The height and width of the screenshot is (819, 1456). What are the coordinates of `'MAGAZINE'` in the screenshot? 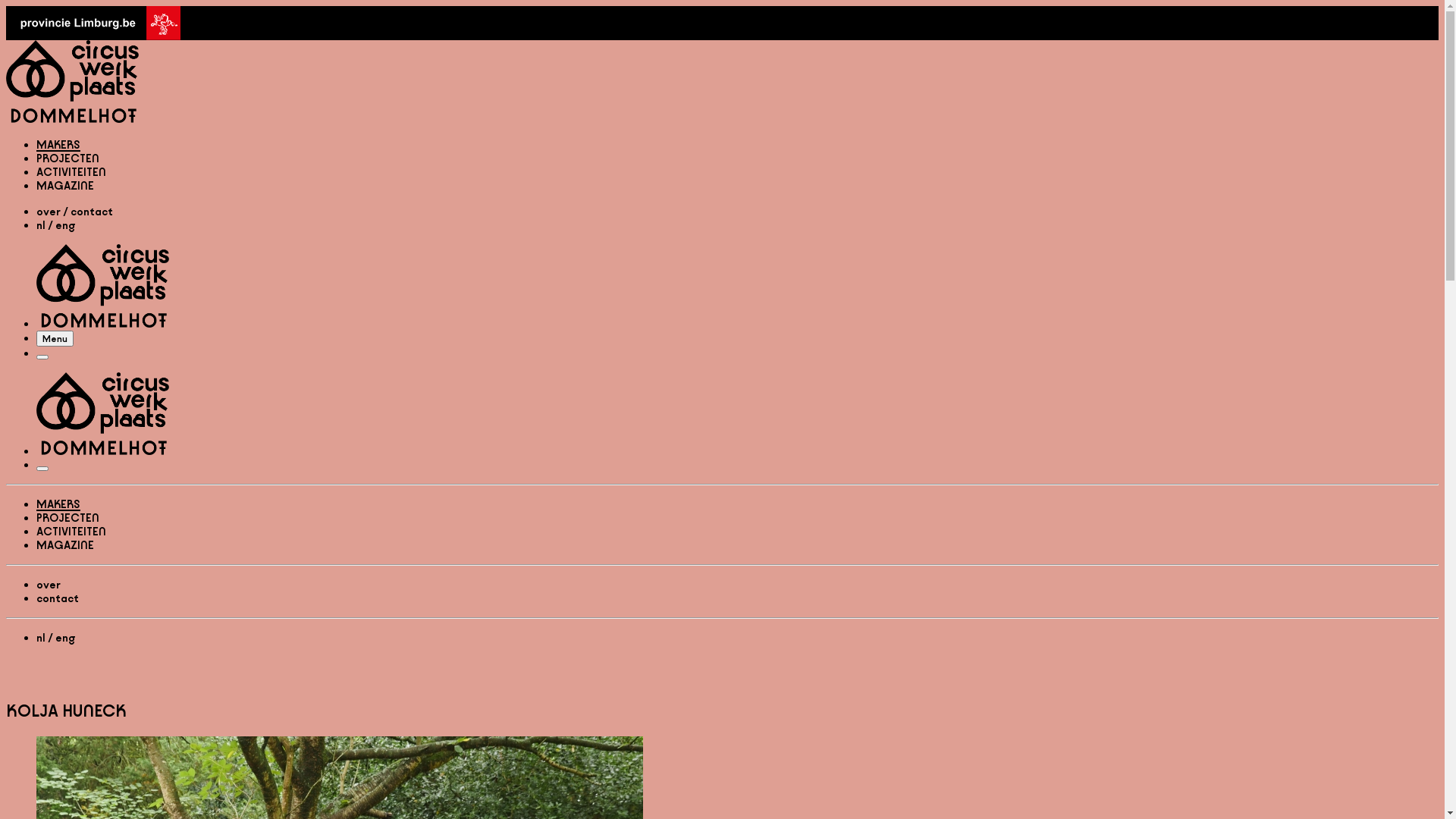 It's located at (64, 184).